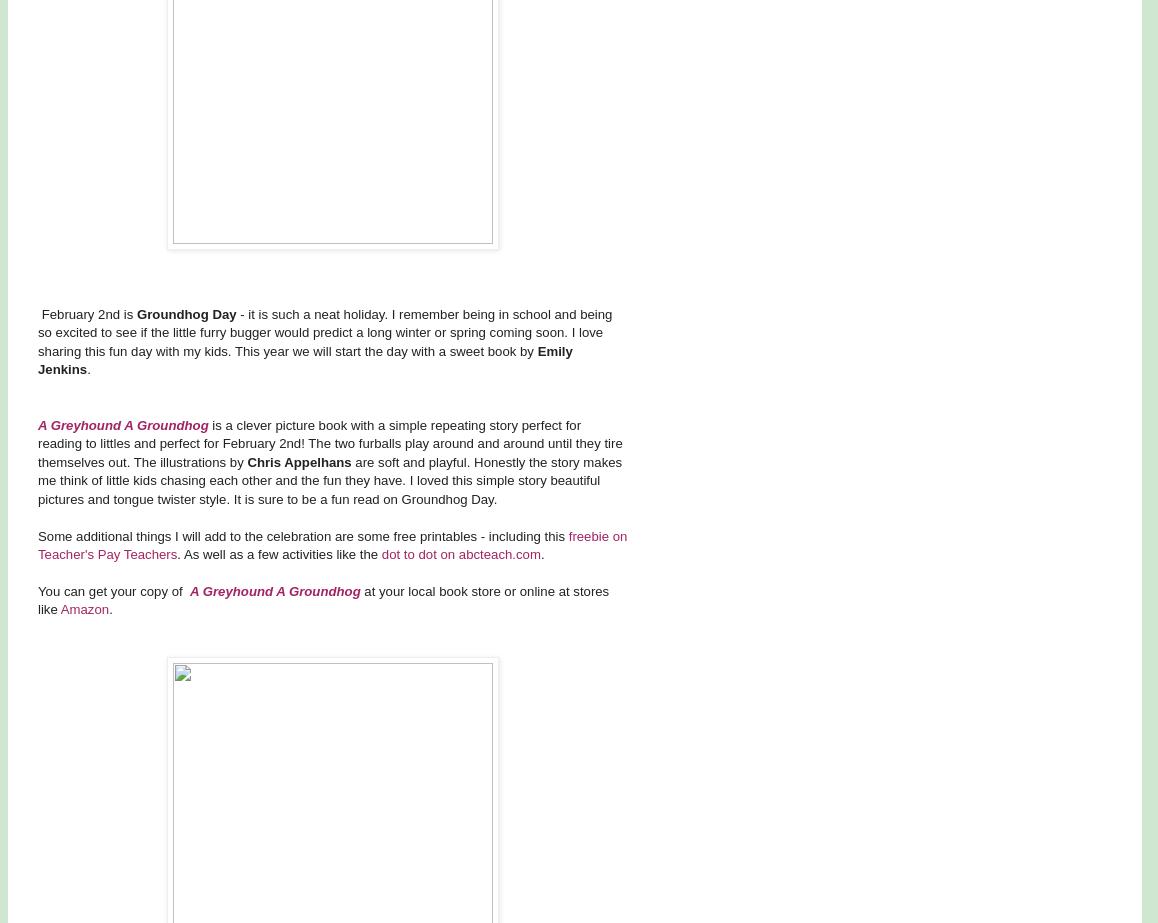 The height and width of the screenshot is (923, 1158). I want to click on '- it is such a neat holiday. I remember being in school and being so excited to see if the little furry bugger would predict a long winter or spring coming soon. I love sharing this fun day with my kids. This year we will start the day with a sweet book by', so click(325, 332).